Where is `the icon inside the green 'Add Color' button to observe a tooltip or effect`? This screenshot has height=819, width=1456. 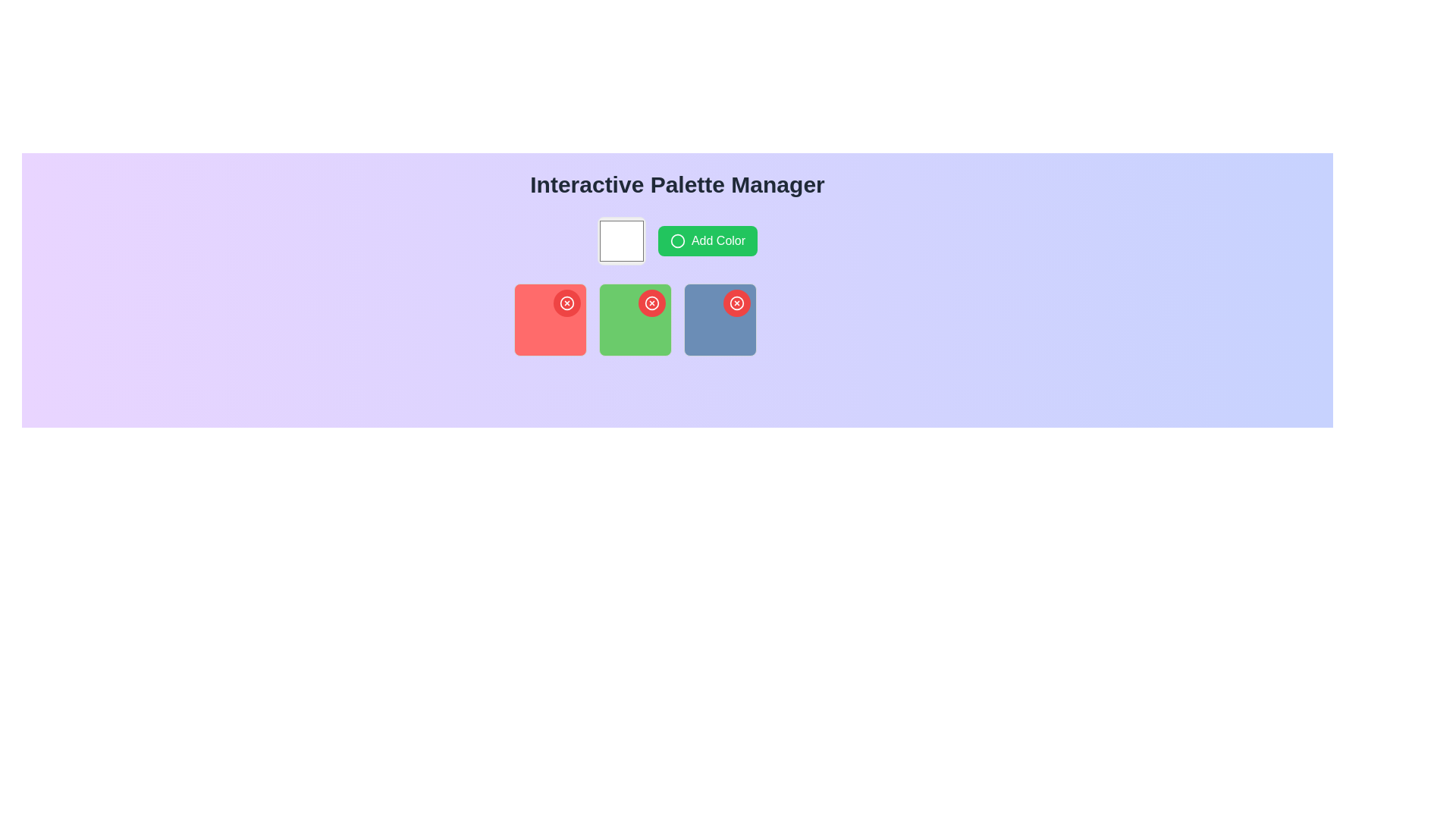
the icon inside the green 'Add Color' button to observe a tooltip or effect is located at coordinates (676, 240).